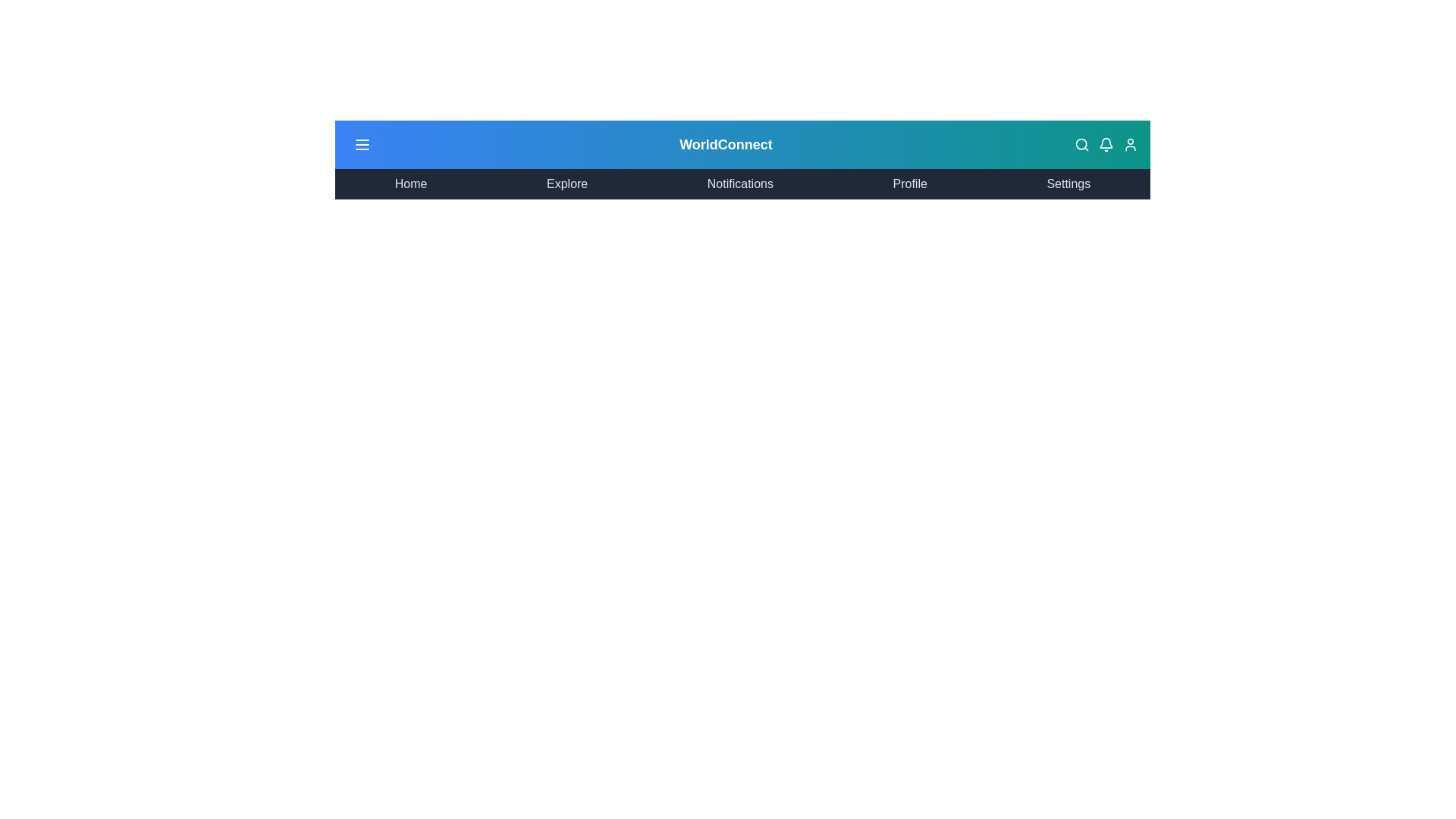 This screenshot has width=1456, height=819. I want to click on the menu item corresponding to Home, so click(411, 184).